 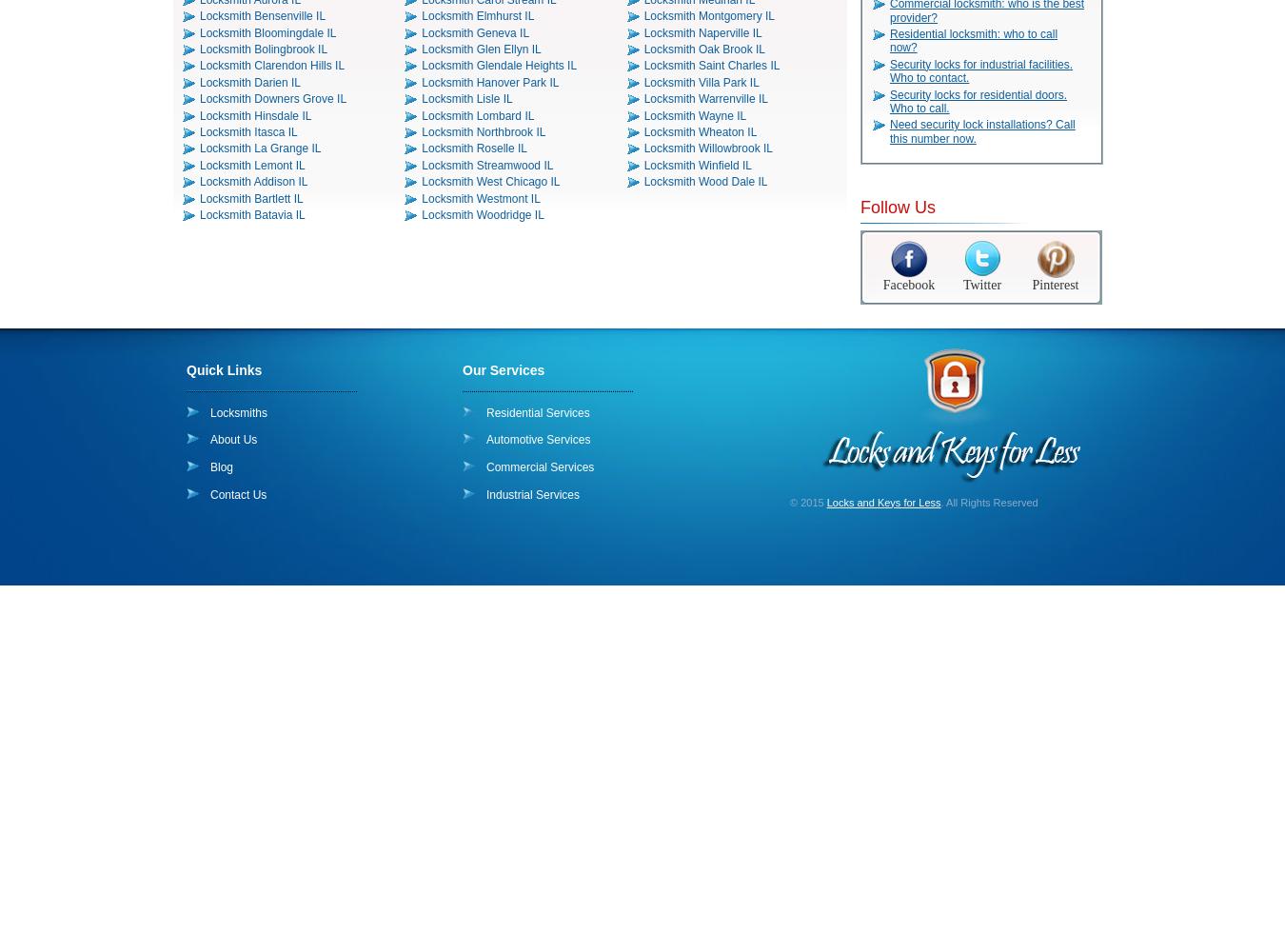 What do you see at coordinates (272, 98) in the screenshot?
I see `'Locksmith Downers Grove IL'` at bounding box center [272, 98].